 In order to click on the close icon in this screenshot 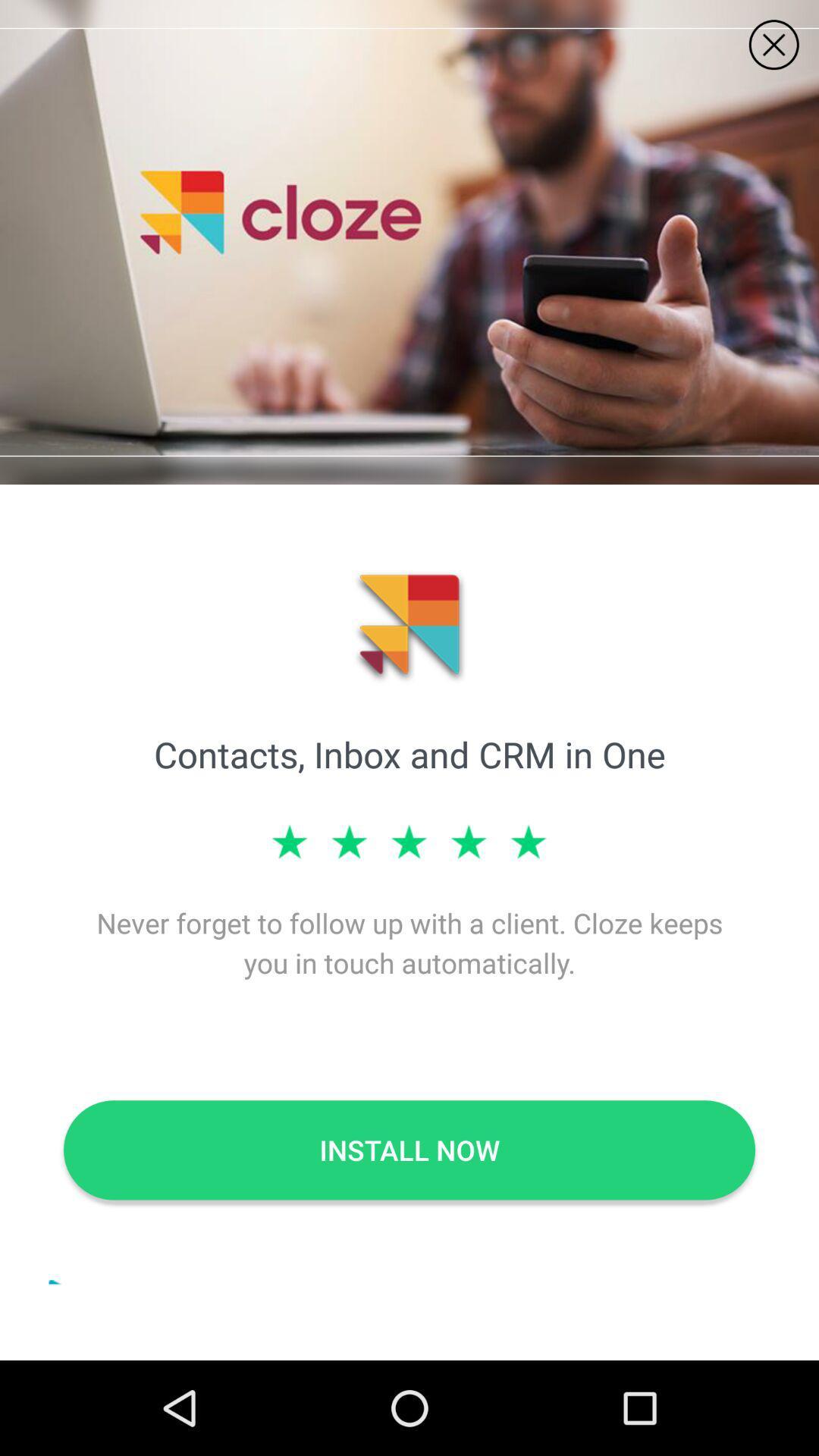, I will do `click(773, 45)`.